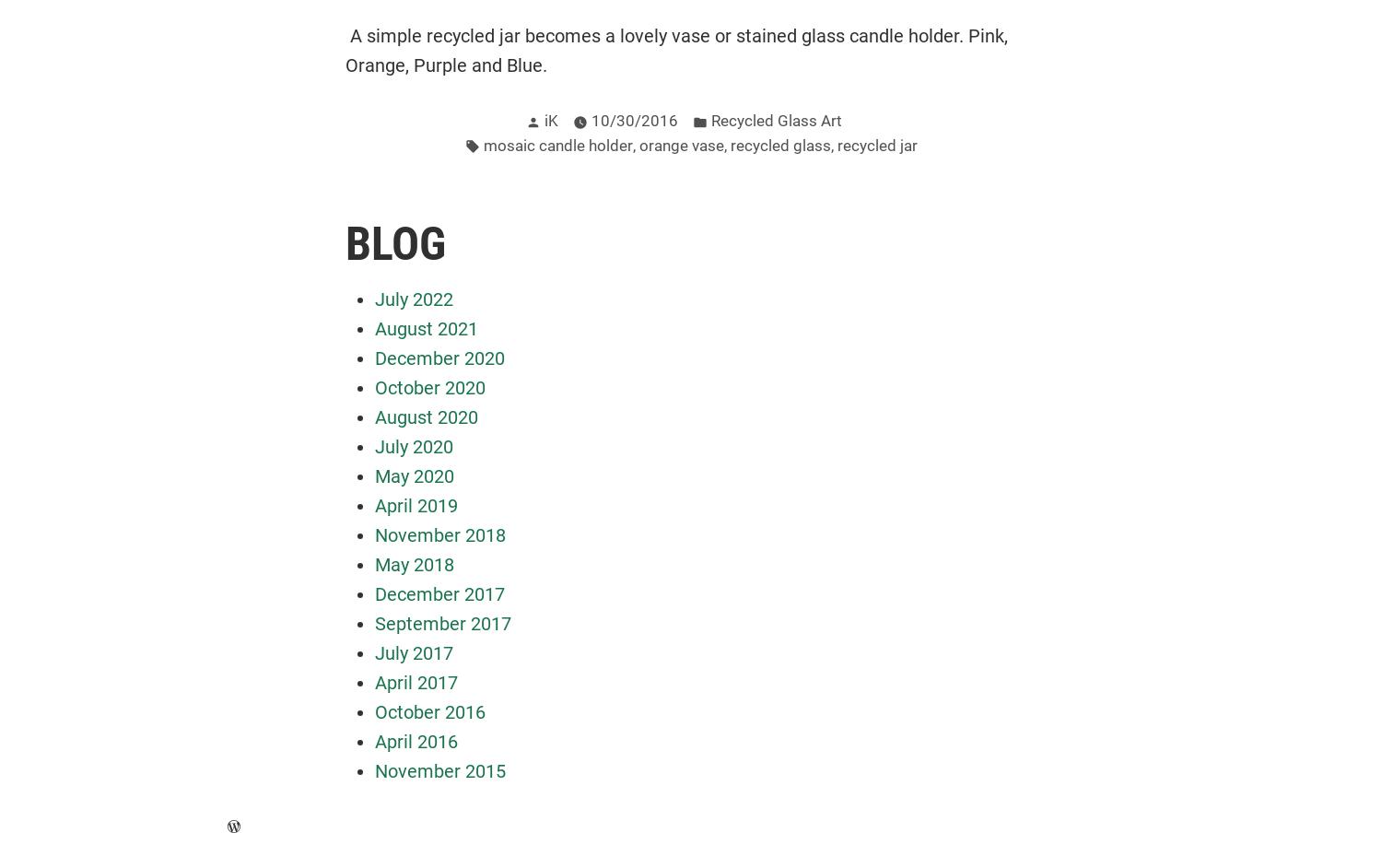 The image size is (1382, 868). What do you see at coordinates (413, 445) in the screenshot?
I see `'July 2020'` at bounding box center [413, 445].